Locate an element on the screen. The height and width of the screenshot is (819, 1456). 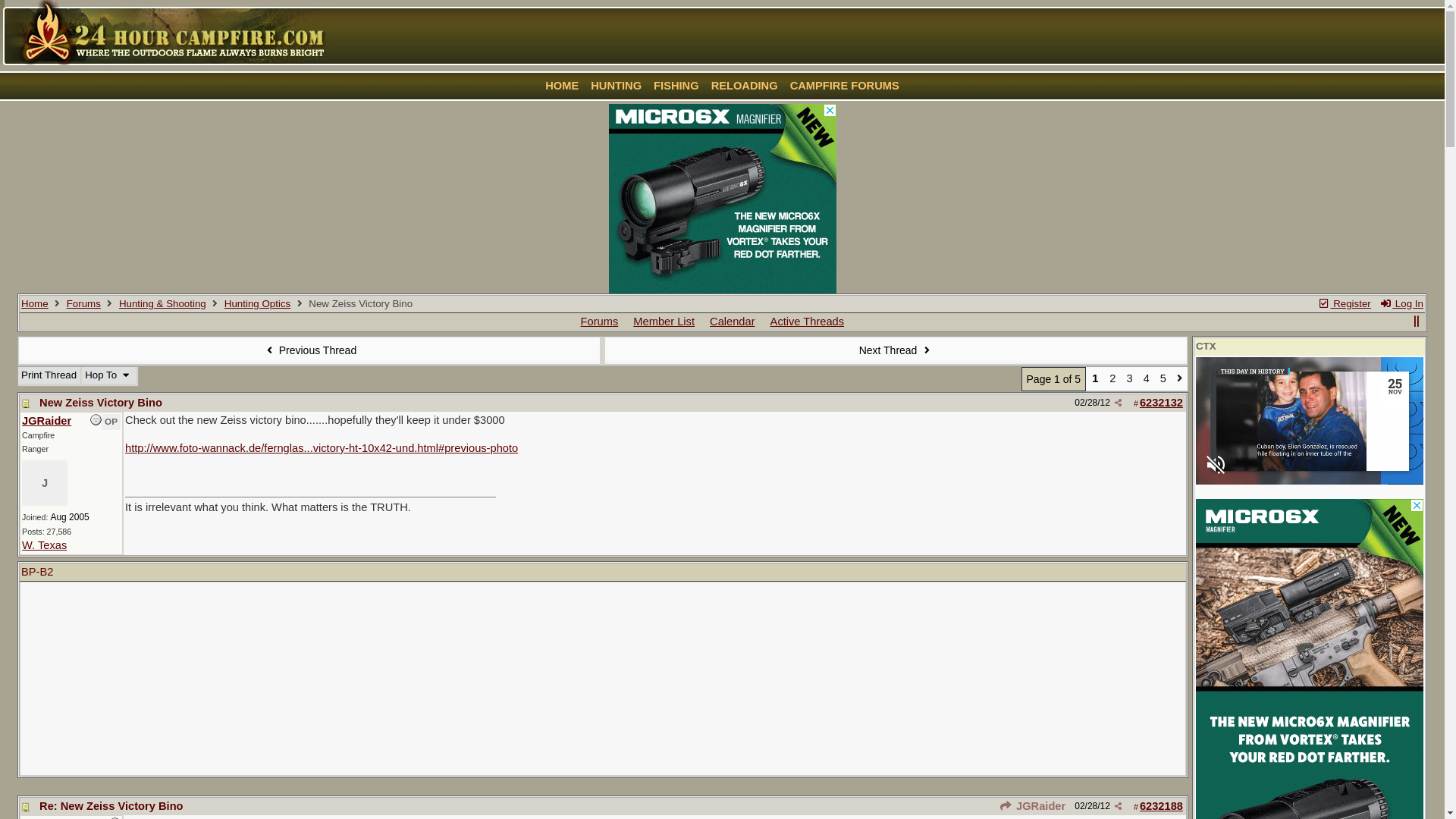
'Register' is located at coordinates (1344, 303).